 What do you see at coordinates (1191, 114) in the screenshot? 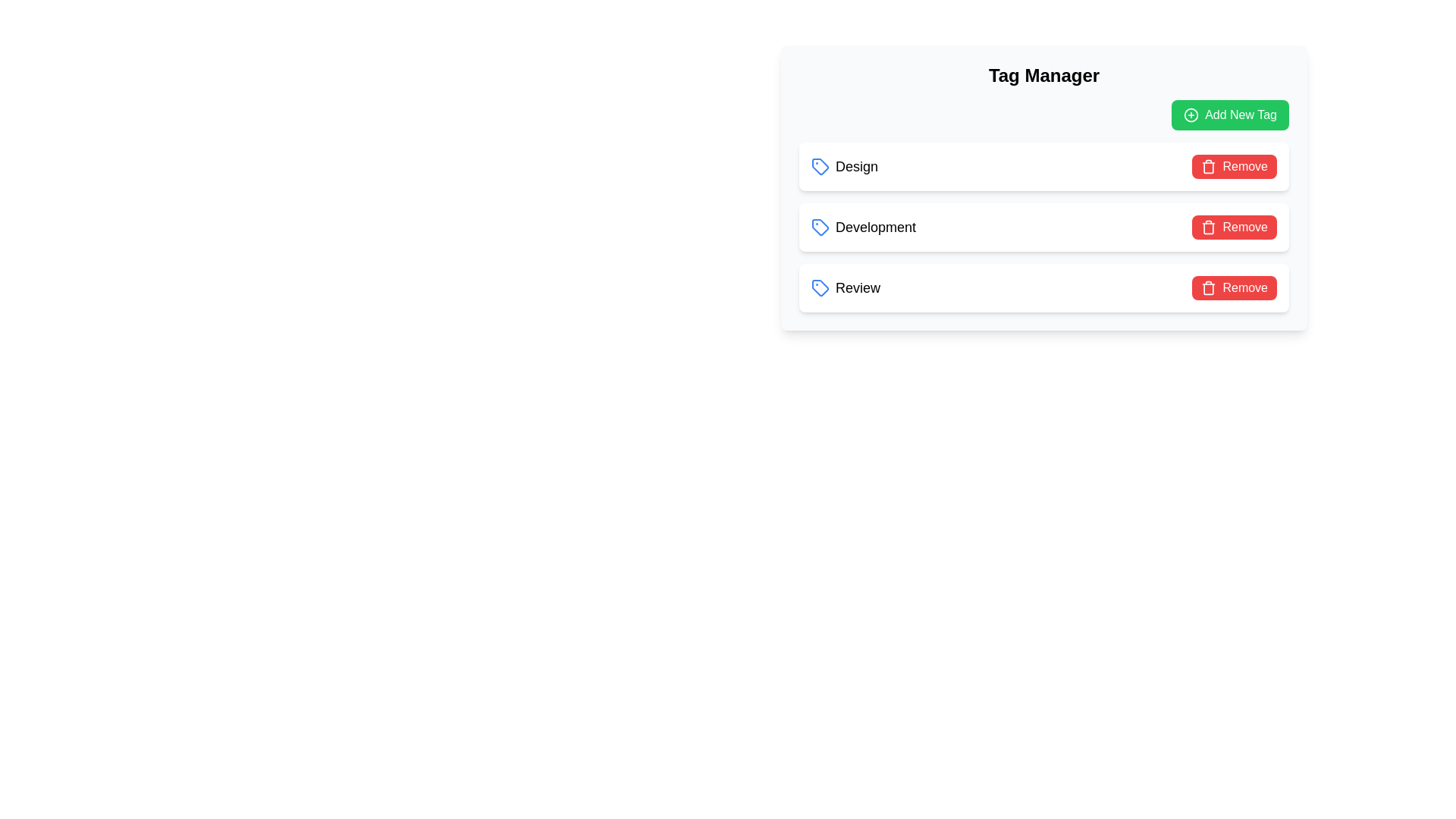
I see `the circle element within the 'Add New Tag' button's 'circle-plus' icon located at the top-right section of the panel` at bounding box center [1191, 114].